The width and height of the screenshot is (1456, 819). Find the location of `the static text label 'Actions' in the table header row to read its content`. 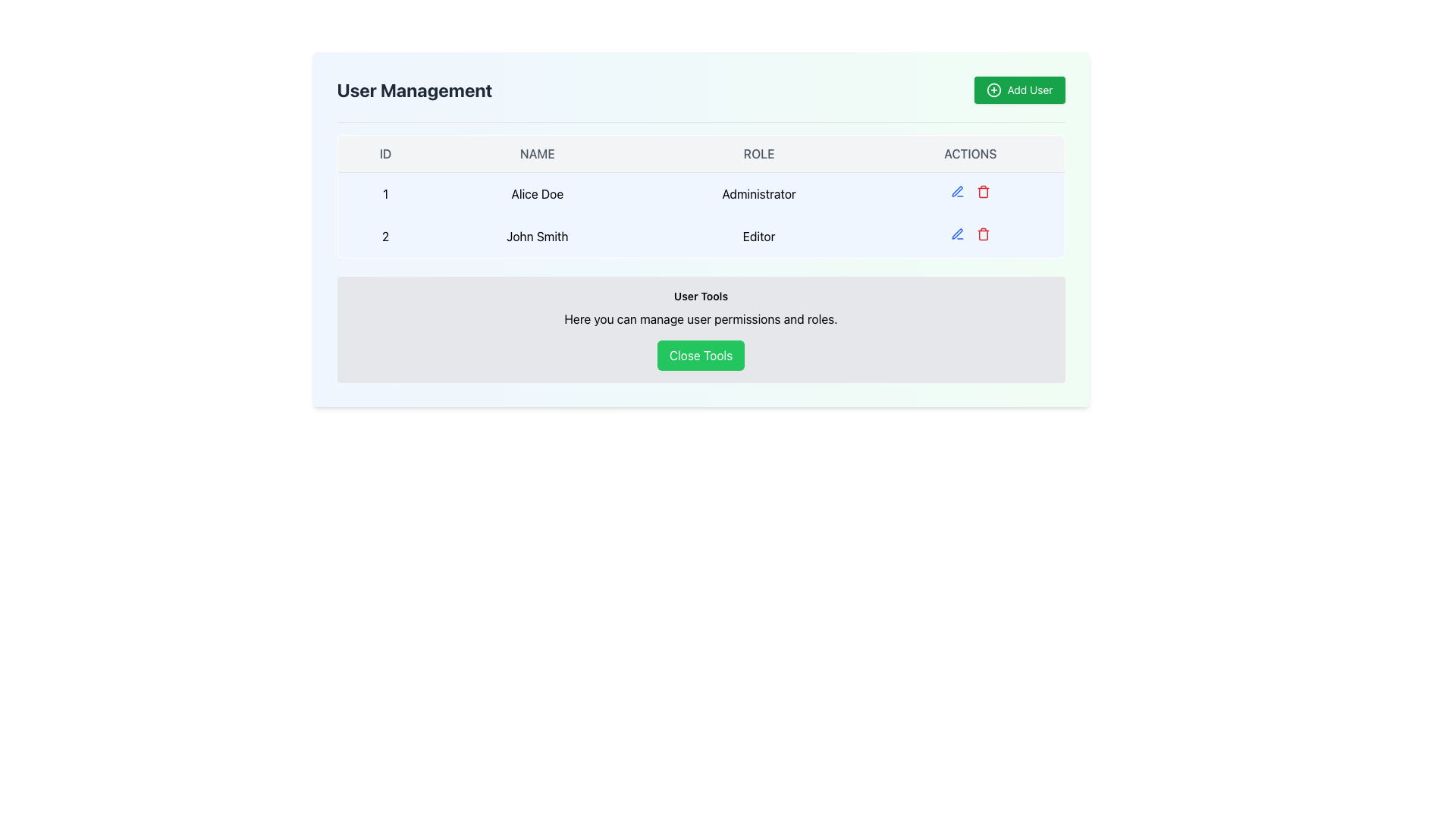

the static text label 'Actions' in the table header row to read its content is located at coordinates (971, 154).